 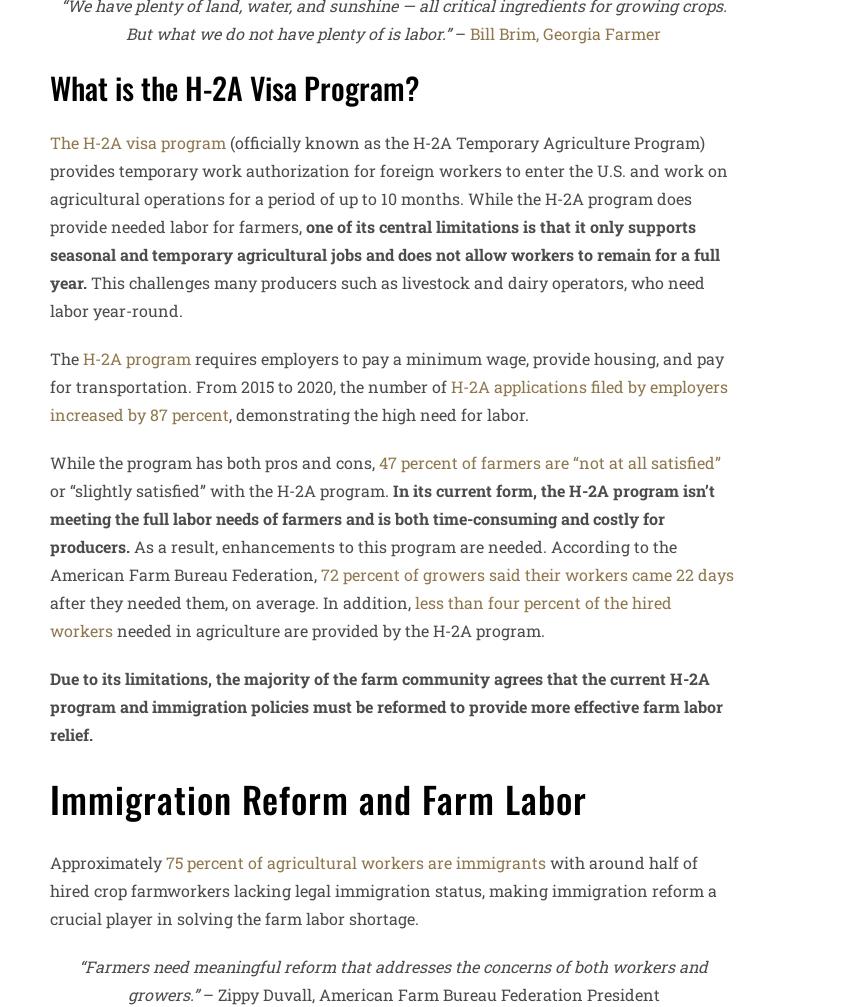 I want to click on 'less than four percent of the hired workers', so click(x=360, y=614).